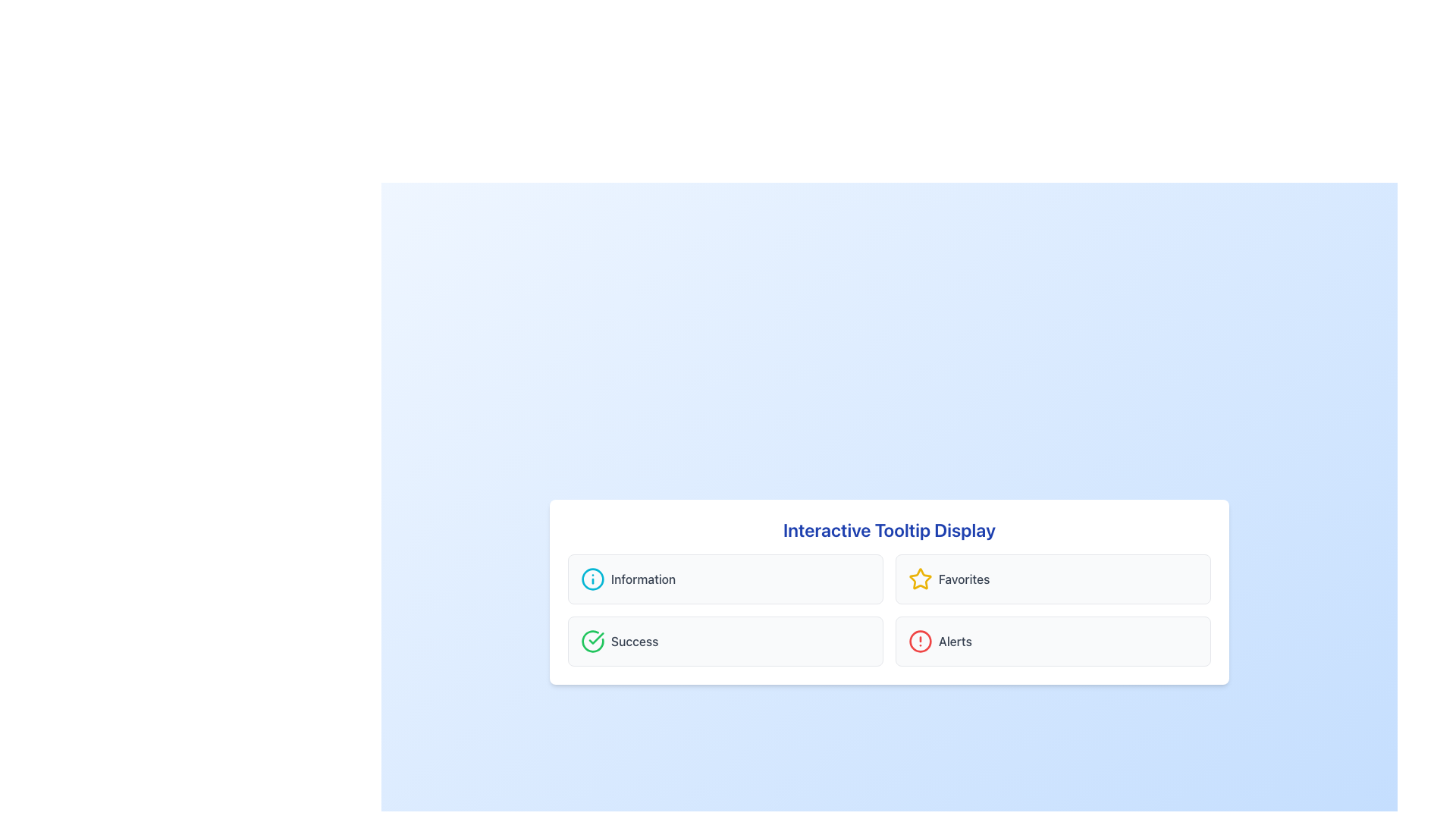 The width and height of the screenshot is (1456, 819). What do you see at coordinates (963, 579) in the screenshot?
I see `text associated with the label located directly to the right of the star icon in the second row of the grid layout` at bounding box center [963, 579].